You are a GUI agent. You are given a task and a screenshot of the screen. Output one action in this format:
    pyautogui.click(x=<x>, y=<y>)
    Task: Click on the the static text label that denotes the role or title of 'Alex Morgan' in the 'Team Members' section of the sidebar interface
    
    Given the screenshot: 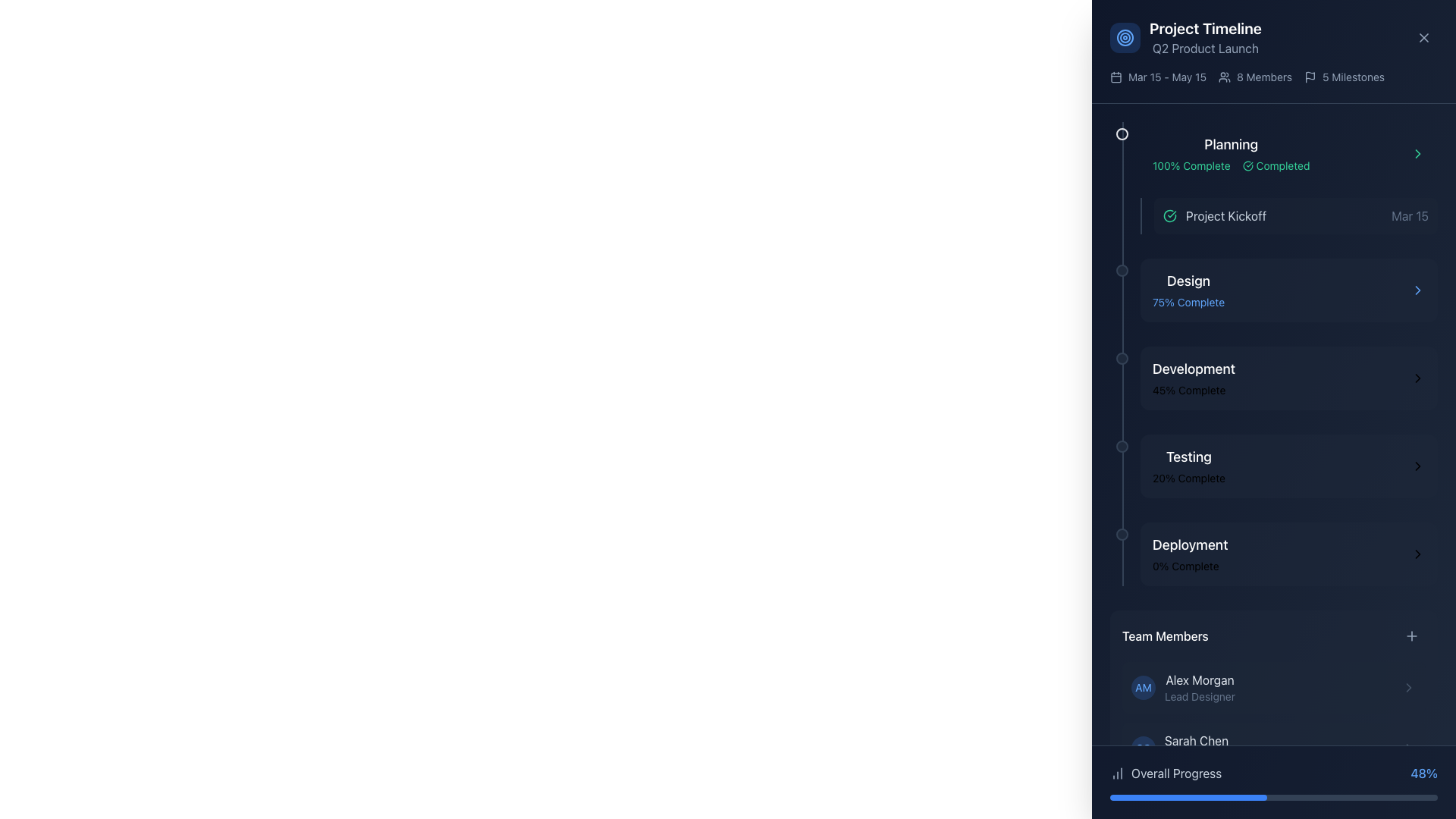 What is the action you would take?
    pyautogui.click(x=1199, y=696)
    